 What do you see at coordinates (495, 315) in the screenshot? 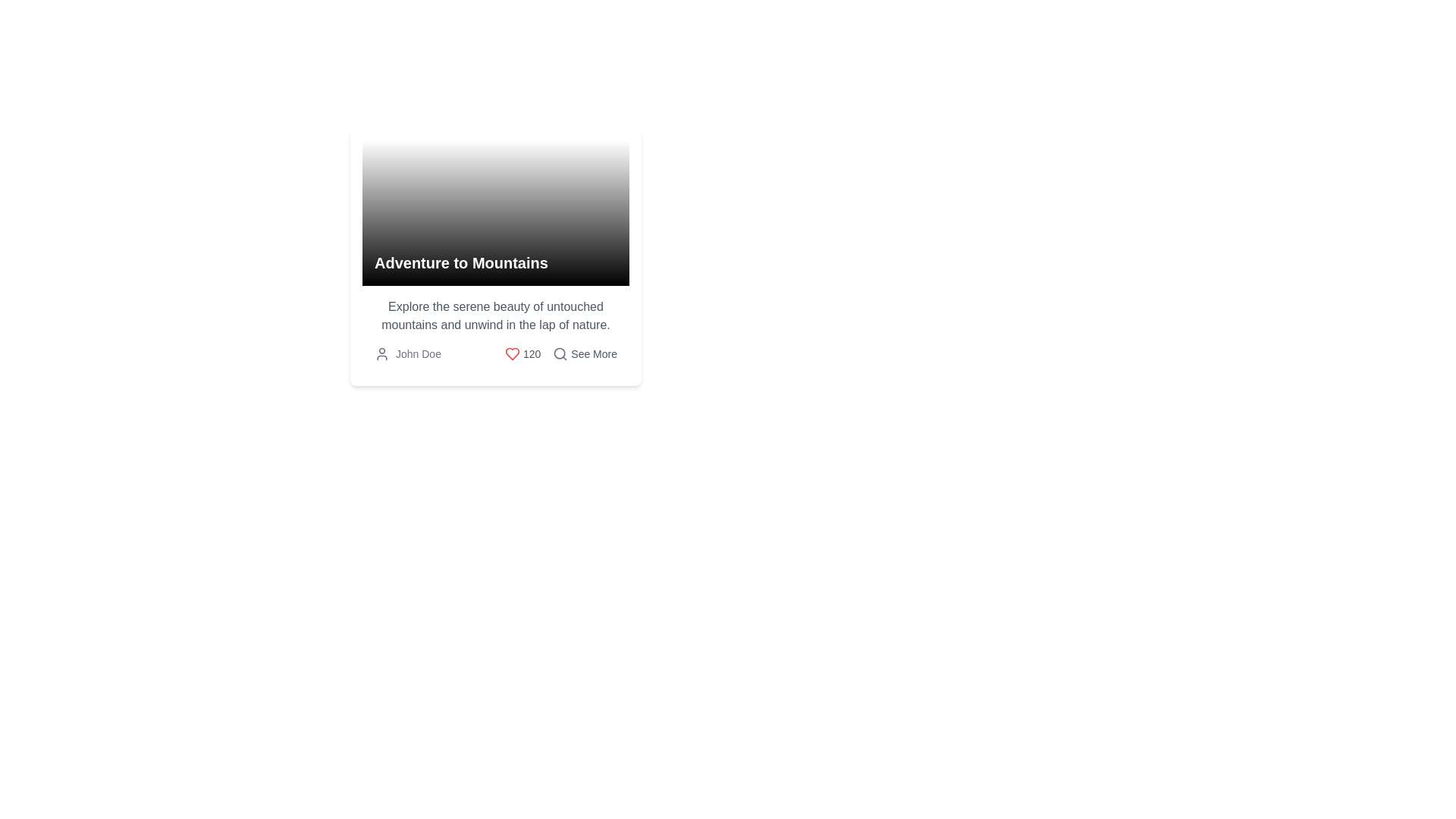
I see `the descriptive Text Block element that provides information about the content or offering displayed above it, located in the middle section of the bounding card` at bounding box center [495, 315].